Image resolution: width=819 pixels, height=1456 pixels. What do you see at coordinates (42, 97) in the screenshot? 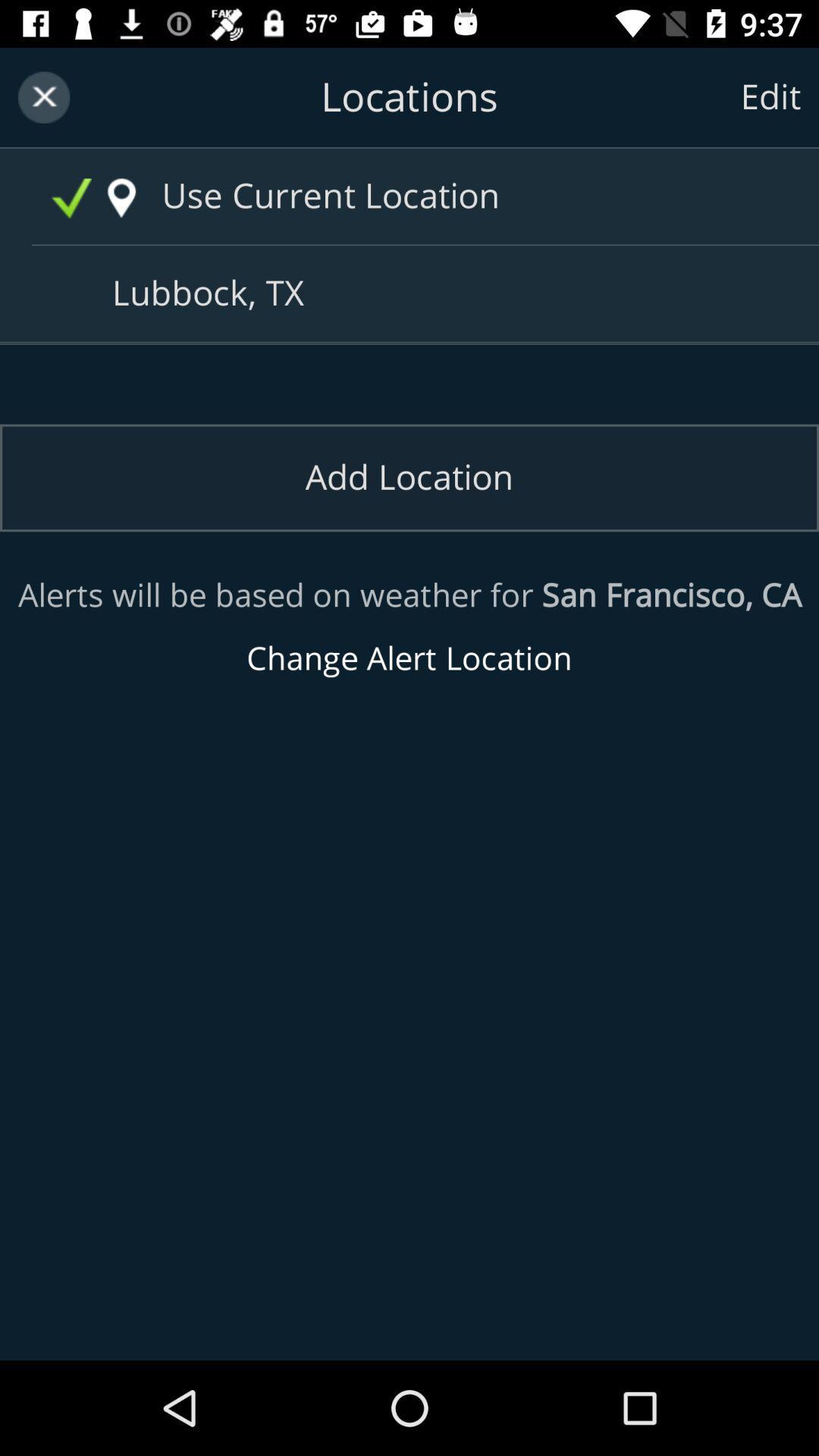
I see `the icon which is on the top left corner` at bounding box center [42, 97].